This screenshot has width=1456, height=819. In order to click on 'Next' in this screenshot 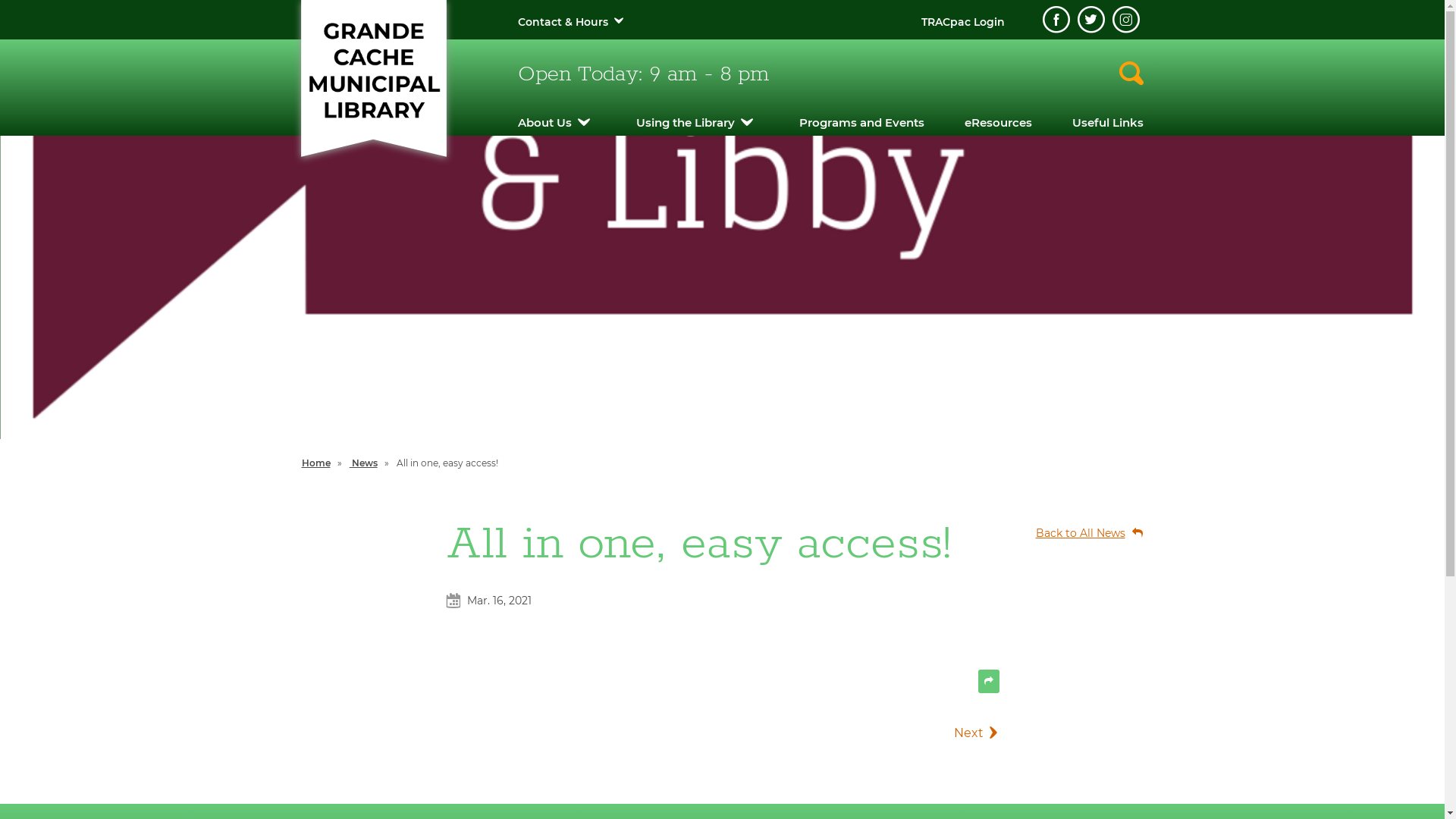, I will do `click(938, 733)`.